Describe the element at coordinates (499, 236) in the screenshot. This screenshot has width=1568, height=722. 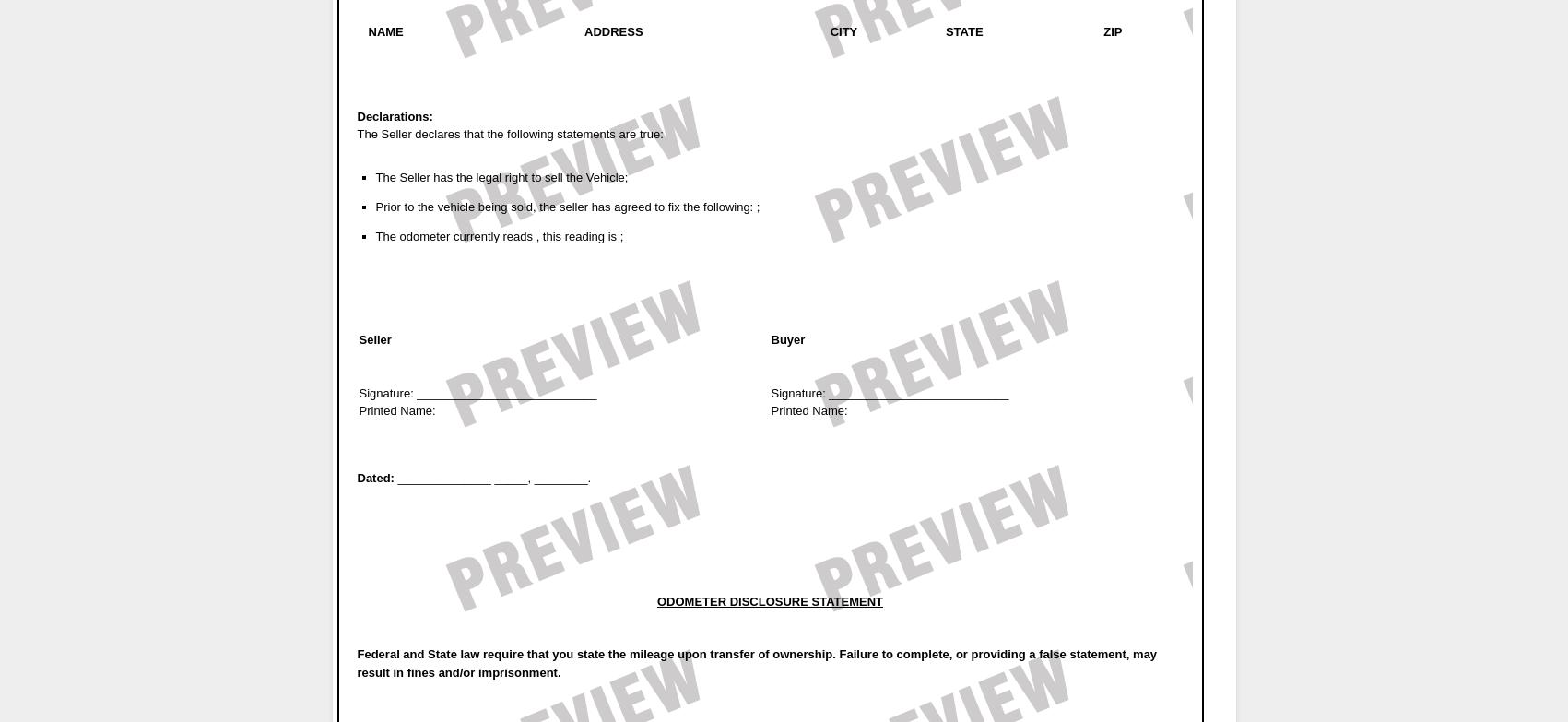
I see `'The odometer currently reads  , this reading is ;'` at that location.